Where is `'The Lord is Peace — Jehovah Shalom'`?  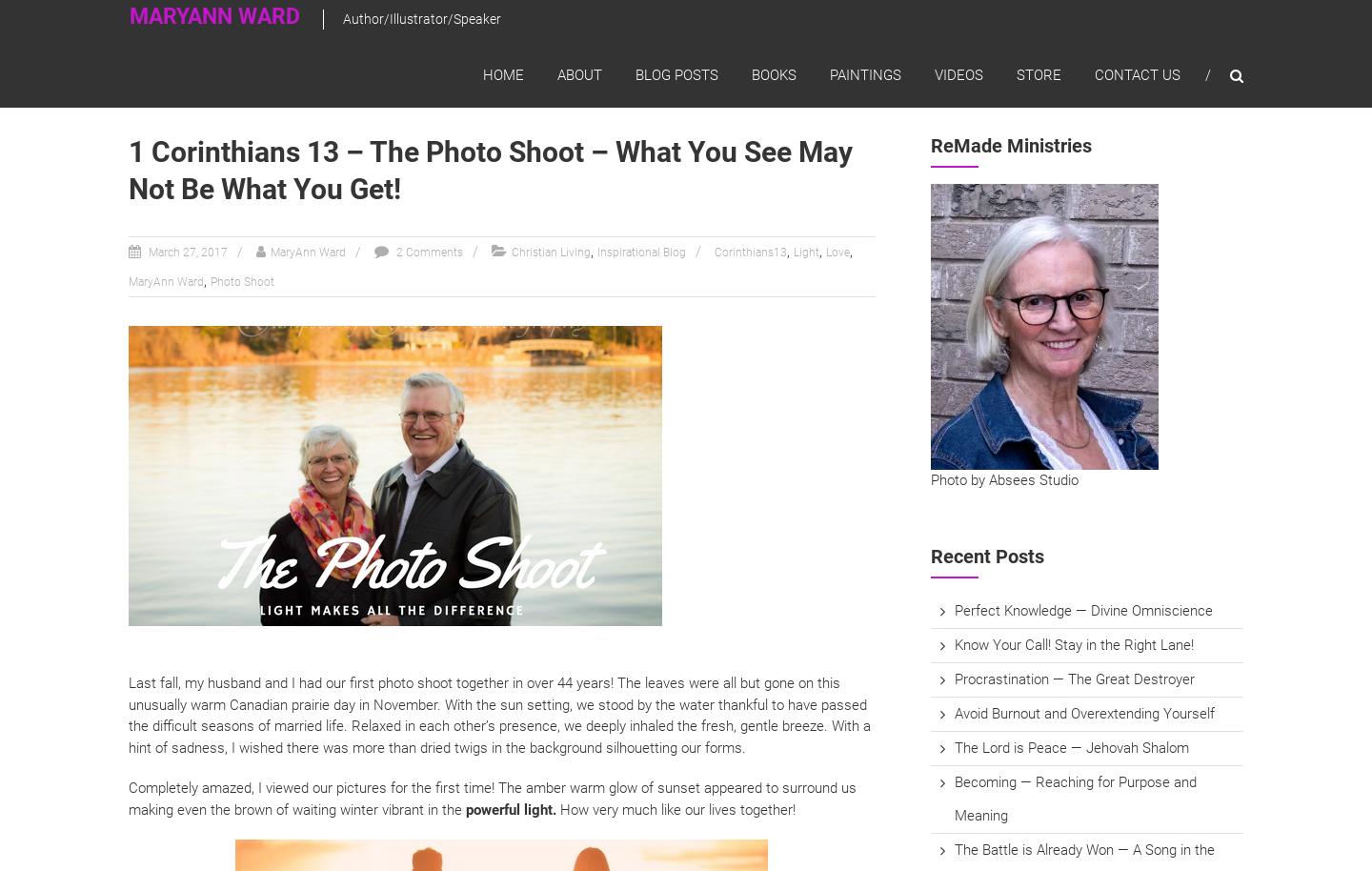 'The Lord is Peace — Jehovah Shalom' is located at coordinates (953, 746).